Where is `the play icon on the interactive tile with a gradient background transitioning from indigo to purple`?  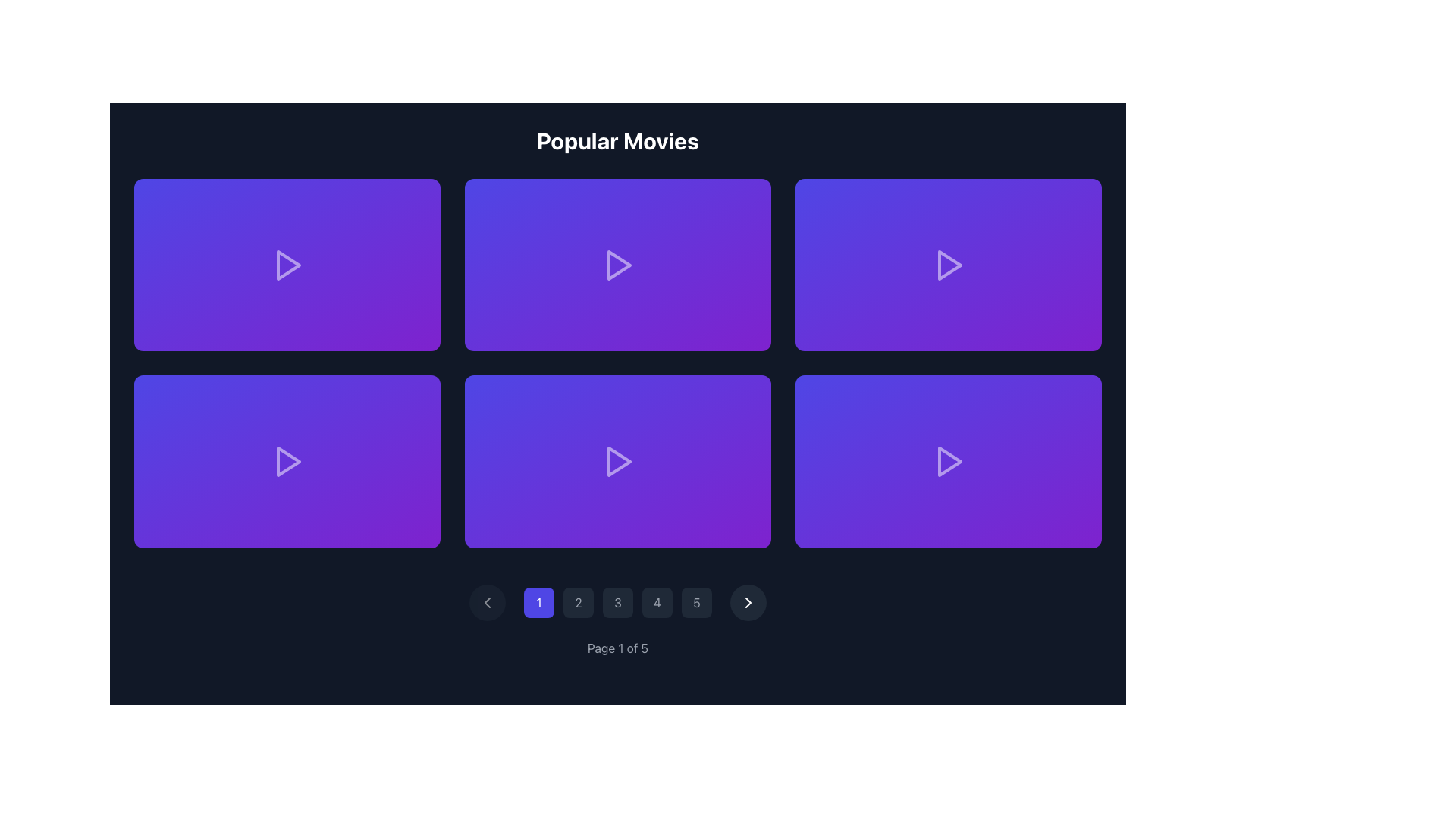
the play icon on the interactive tile with a gradient background transitioning from indigo to purple is located at coordinates (287, 263).